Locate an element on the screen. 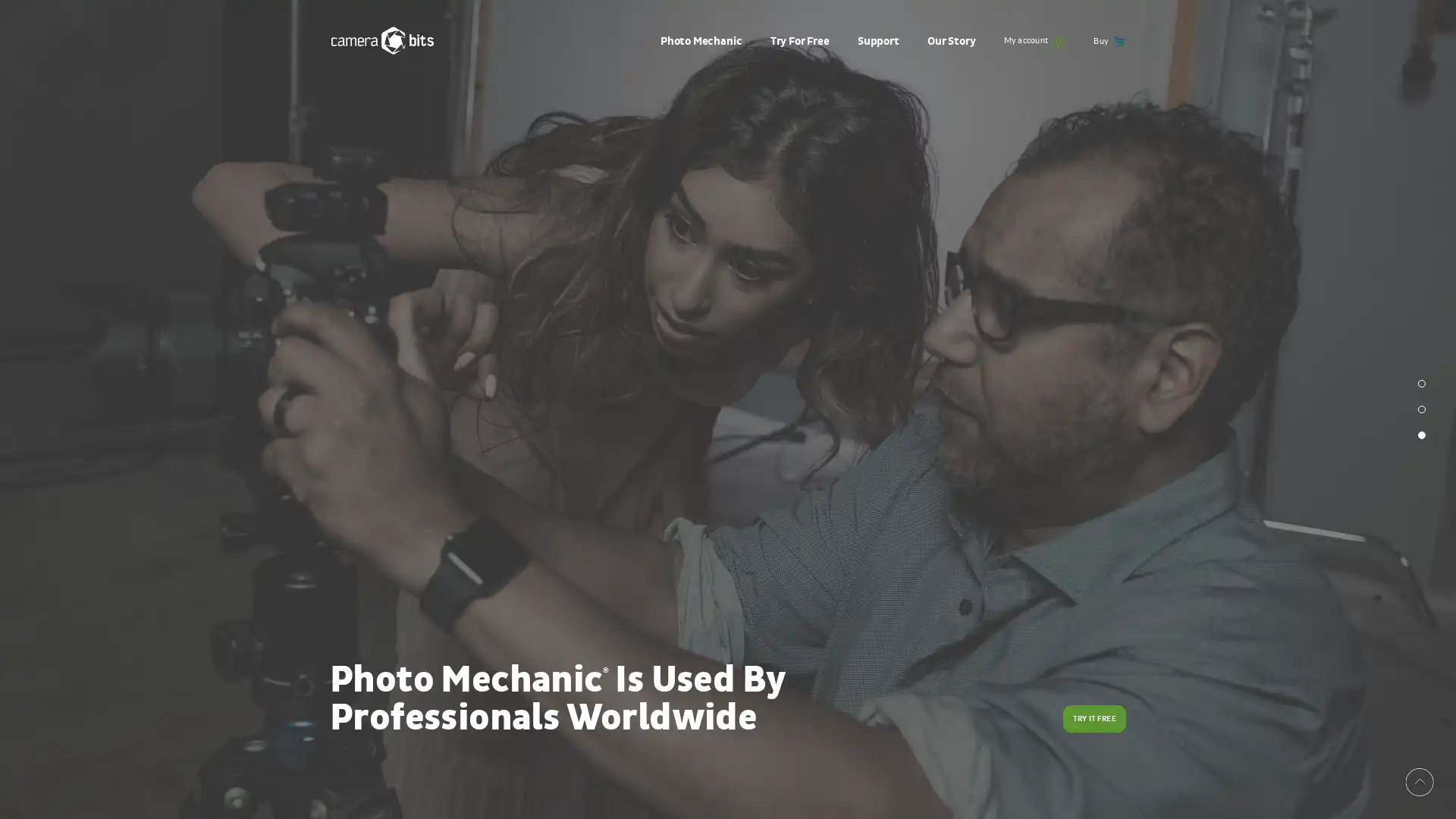 The image size is (1456, 819). 1 is located at coordinates (1421, 382).